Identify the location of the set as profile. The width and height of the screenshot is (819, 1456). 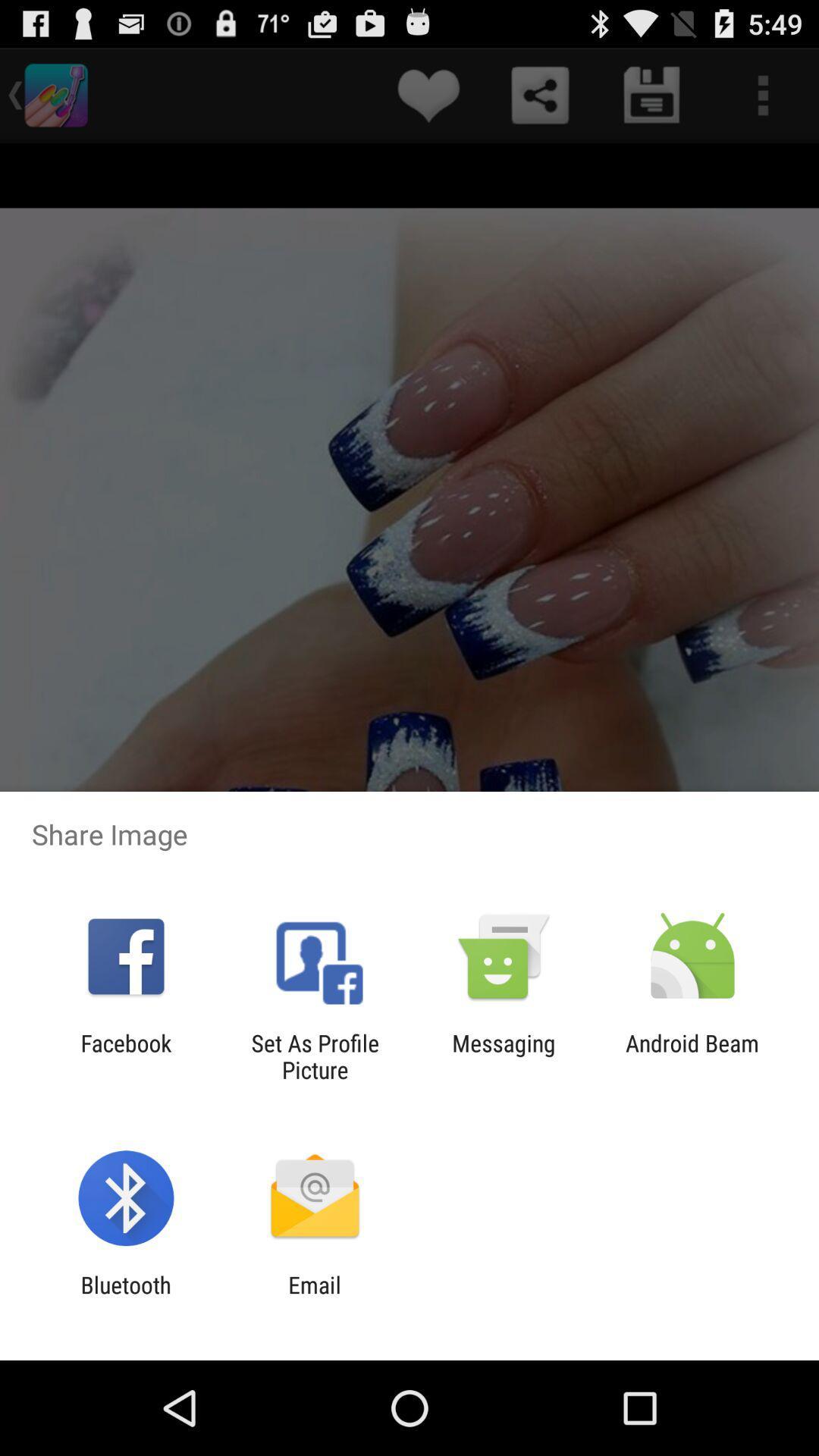
(314, 1056).